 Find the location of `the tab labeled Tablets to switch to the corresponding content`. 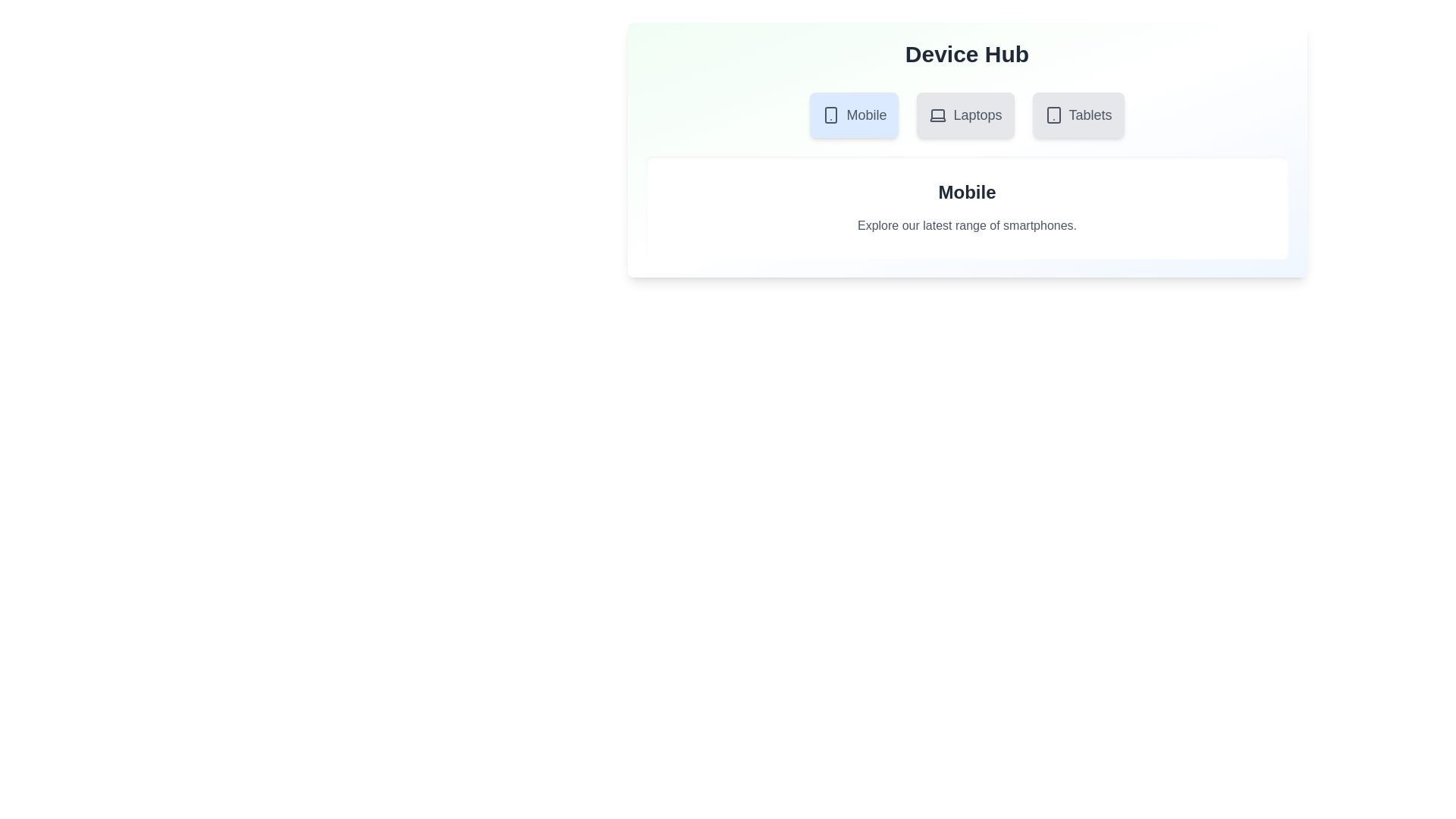

the tab labeled Tablets to switch to the corresponding content is located at coordinates (1077, 114).